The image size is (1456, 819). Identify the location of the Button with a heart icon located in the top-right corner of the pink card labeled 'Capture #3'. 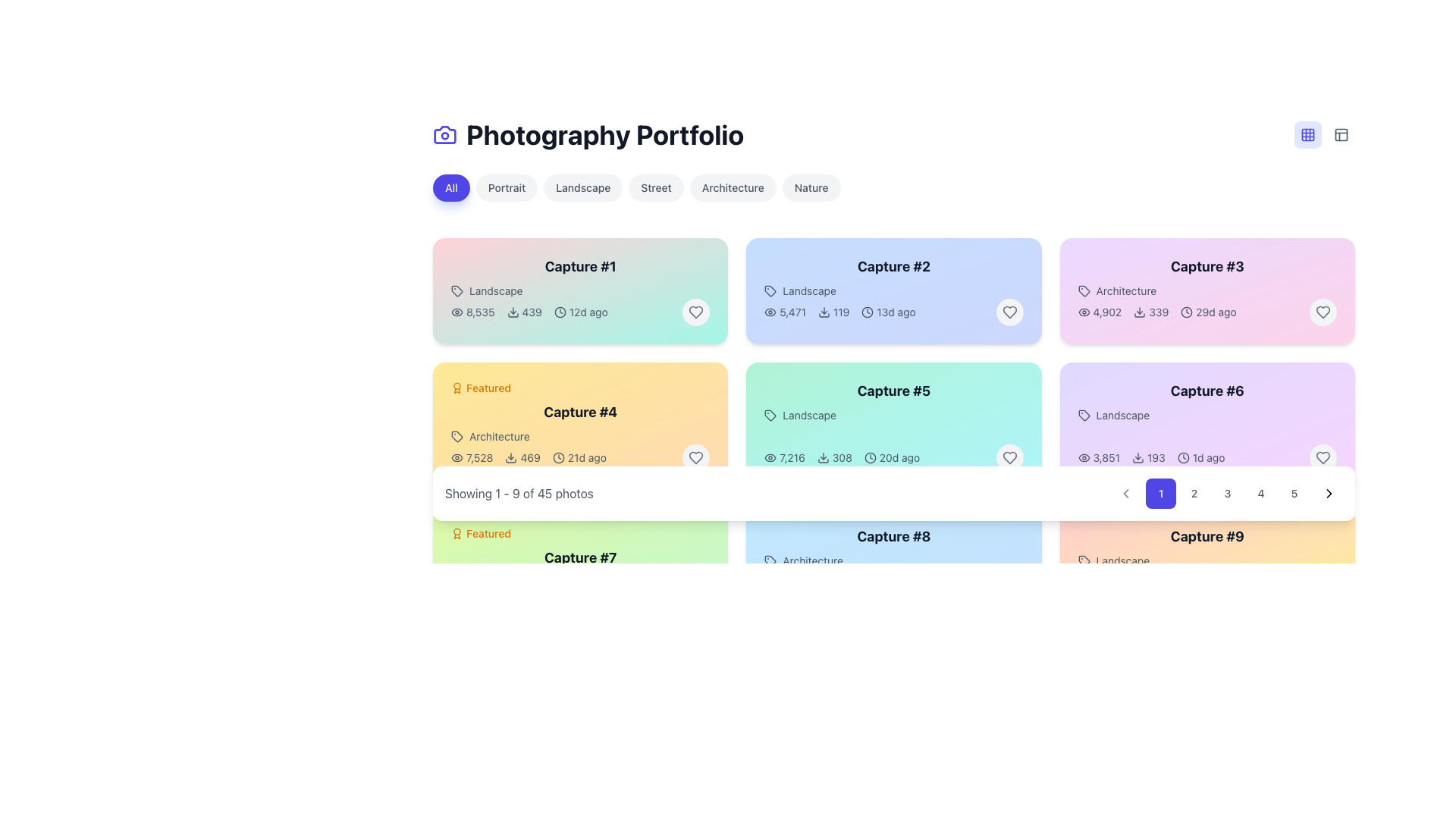
(1323, 312).